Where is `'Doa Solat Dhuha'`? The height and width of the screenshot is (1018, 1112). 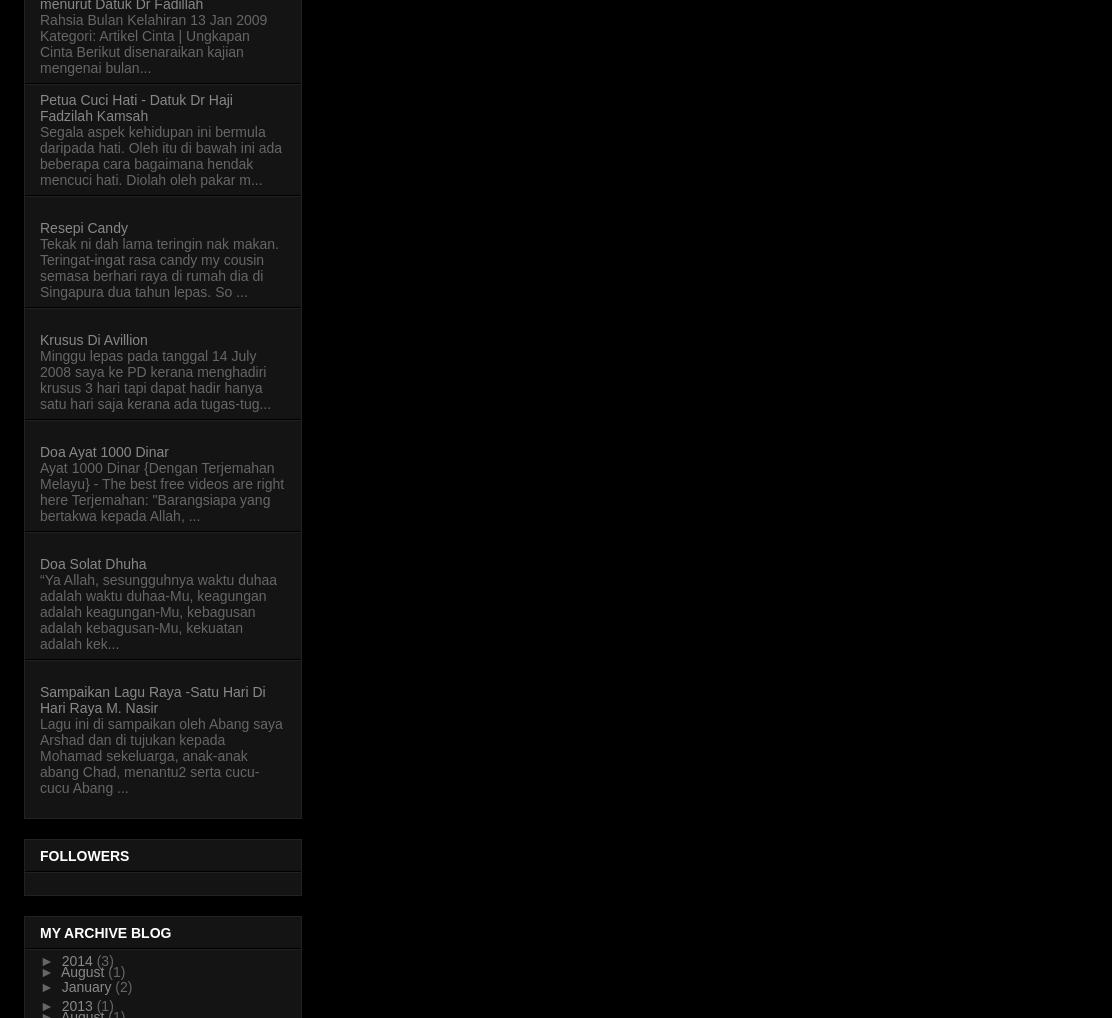 'Doa Solat Dhuha' is located at coordinates (91, 562).